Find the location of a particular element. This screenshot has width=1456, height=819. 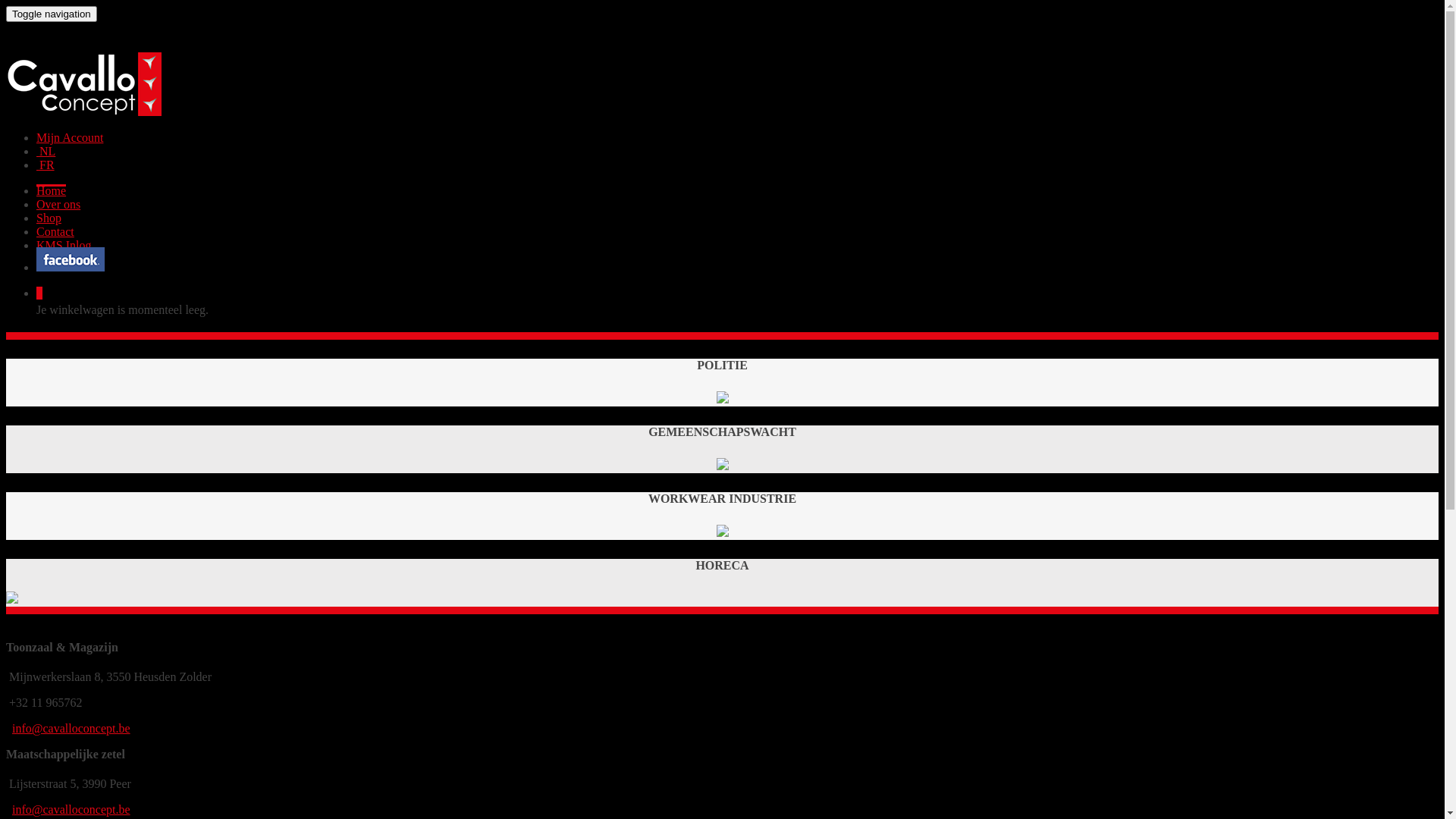

'Cavallo Concept' is located at coordinates (83, 111).